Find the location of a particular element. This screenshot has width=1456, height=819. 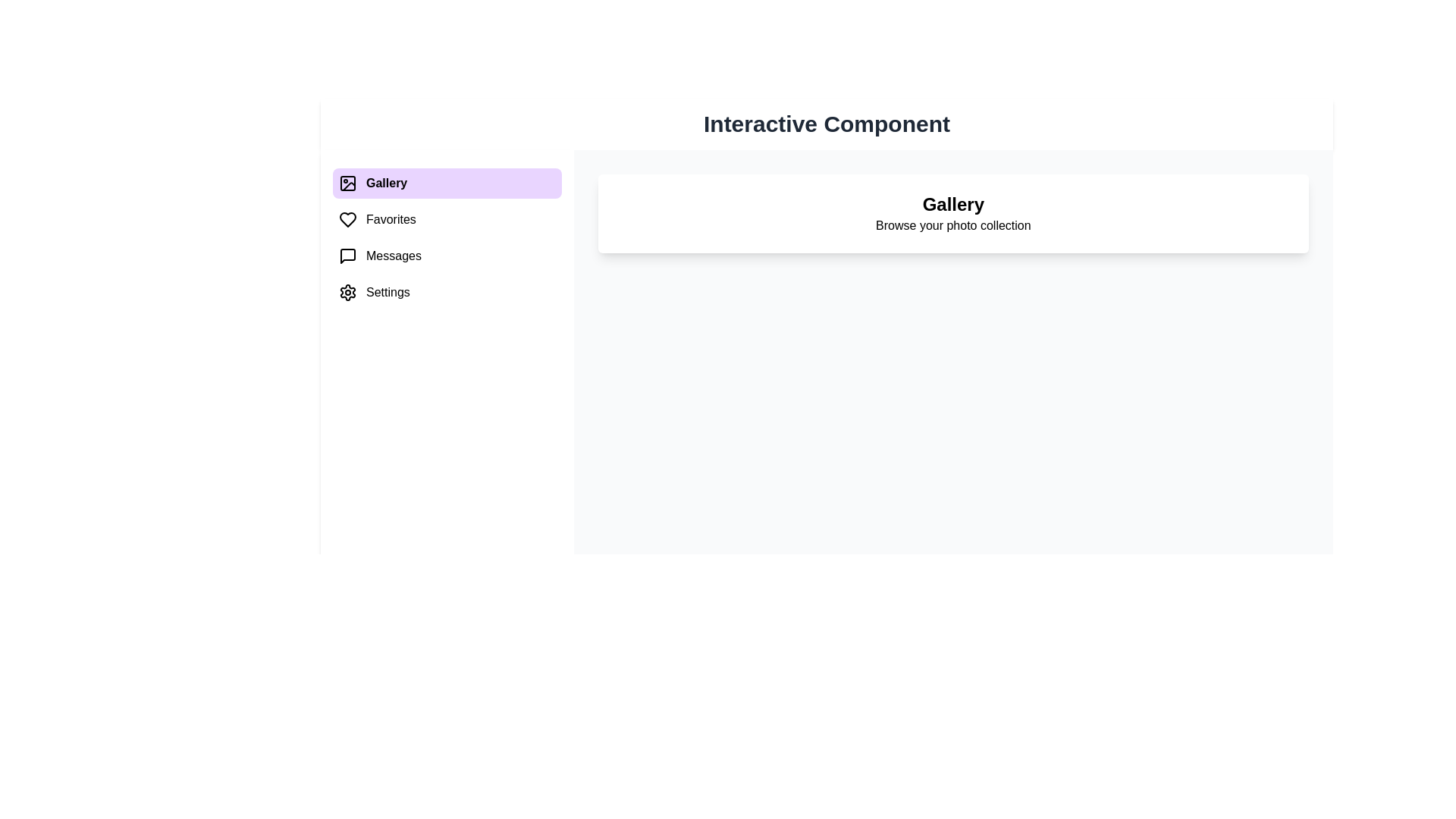

the menu item Gallery to switch the content area is located at coordinates (446, 183).